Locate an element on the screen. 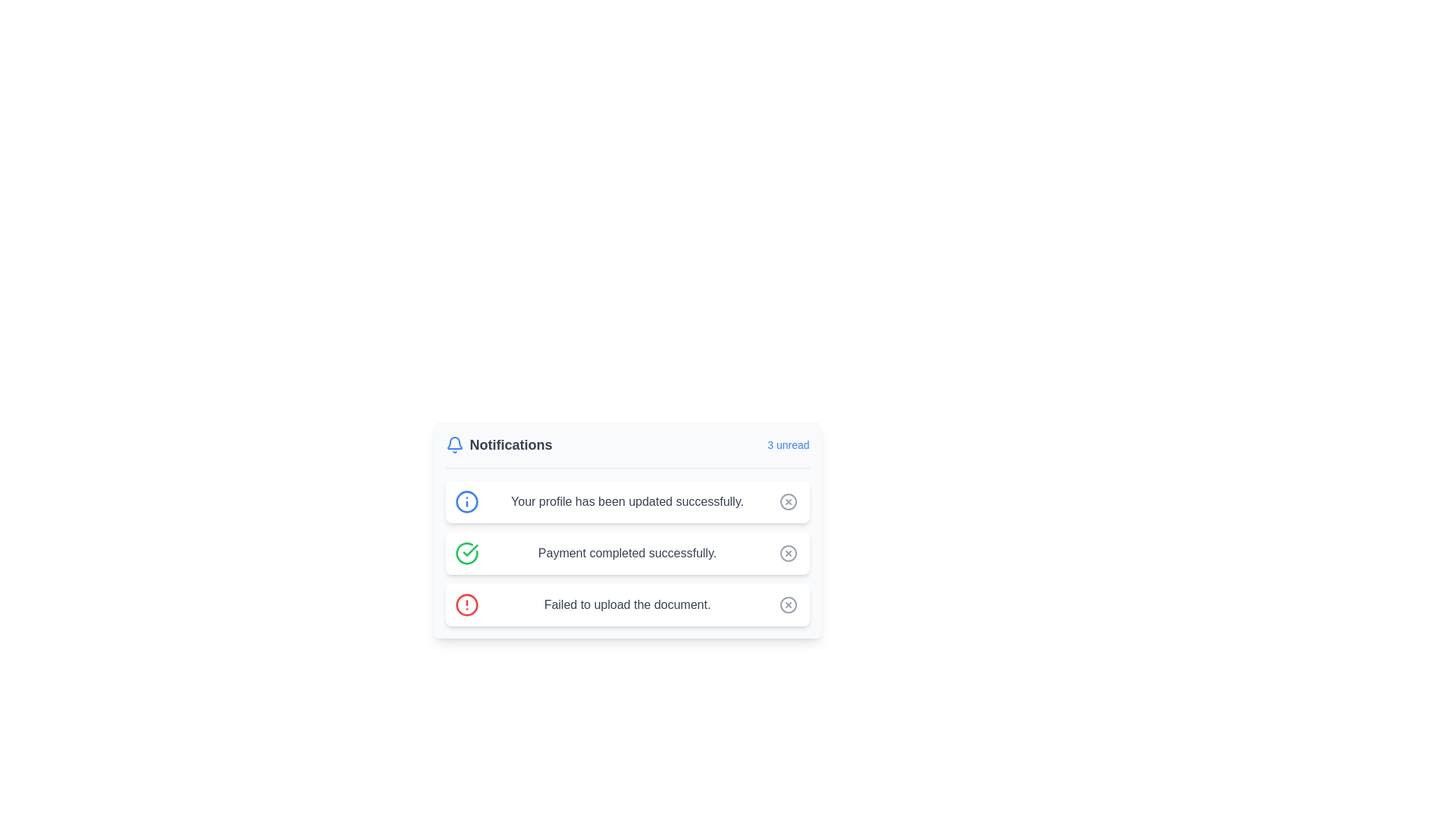 The height and width of the screenshot is (819, 1456). the payment completion icon located in the second notification item that indicates 'Payment completed successfully.' is located at coordinates (466, 553).